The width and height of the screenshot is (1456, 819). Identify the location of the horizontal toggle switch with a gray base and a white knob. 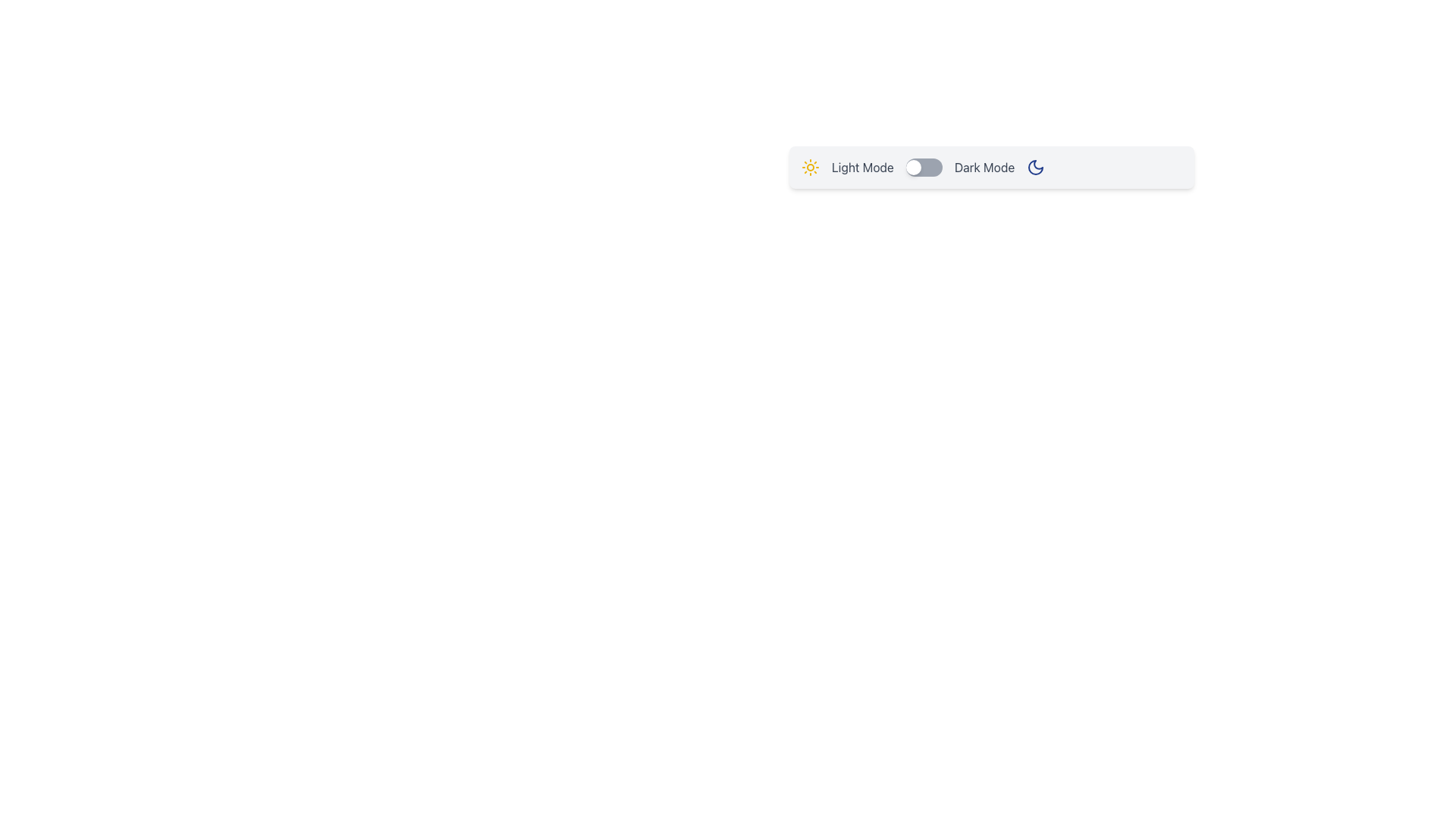
(923, 167).